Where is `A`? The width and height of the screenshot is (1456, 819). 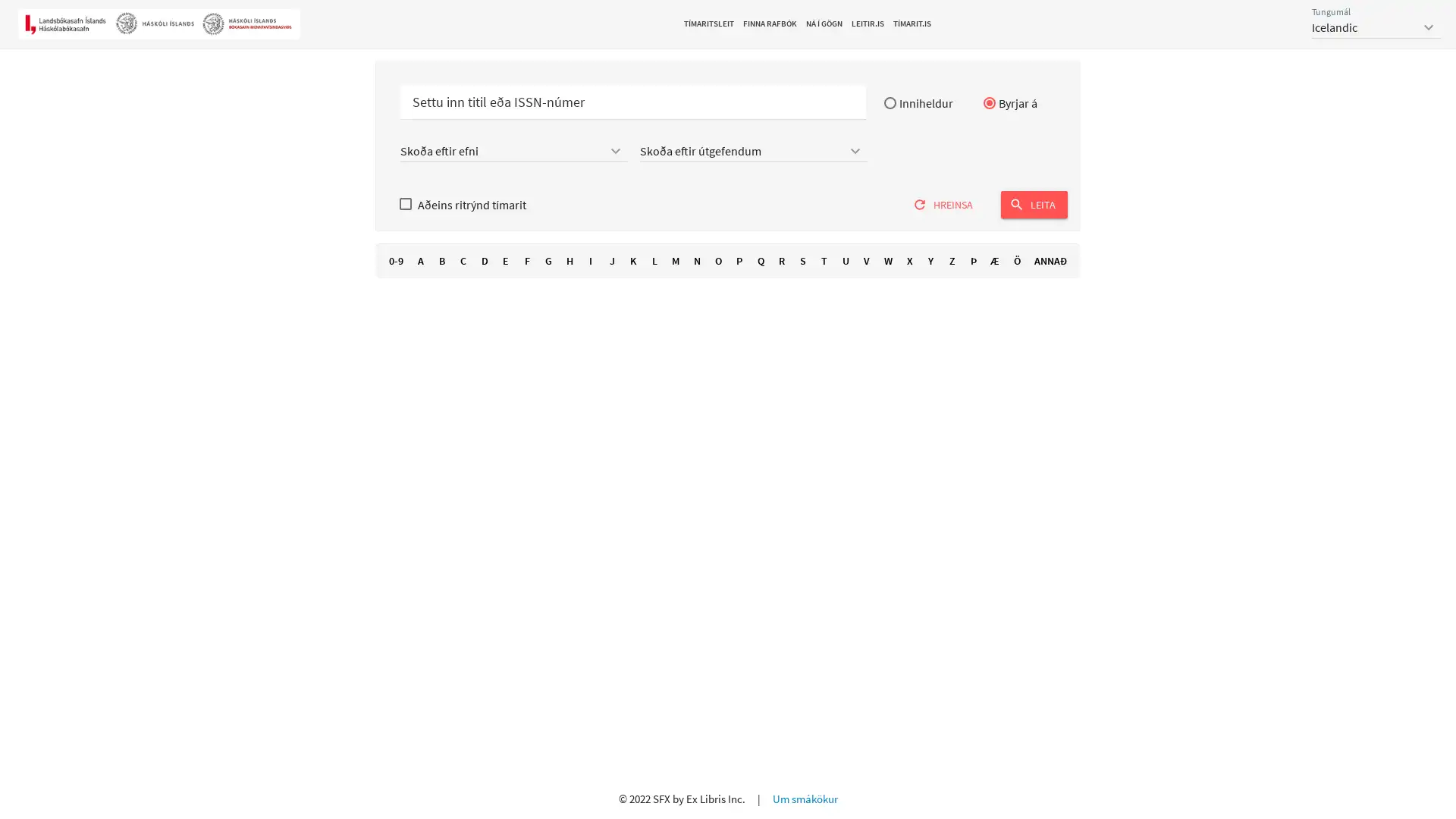 A is located at coordinates (421, 259).